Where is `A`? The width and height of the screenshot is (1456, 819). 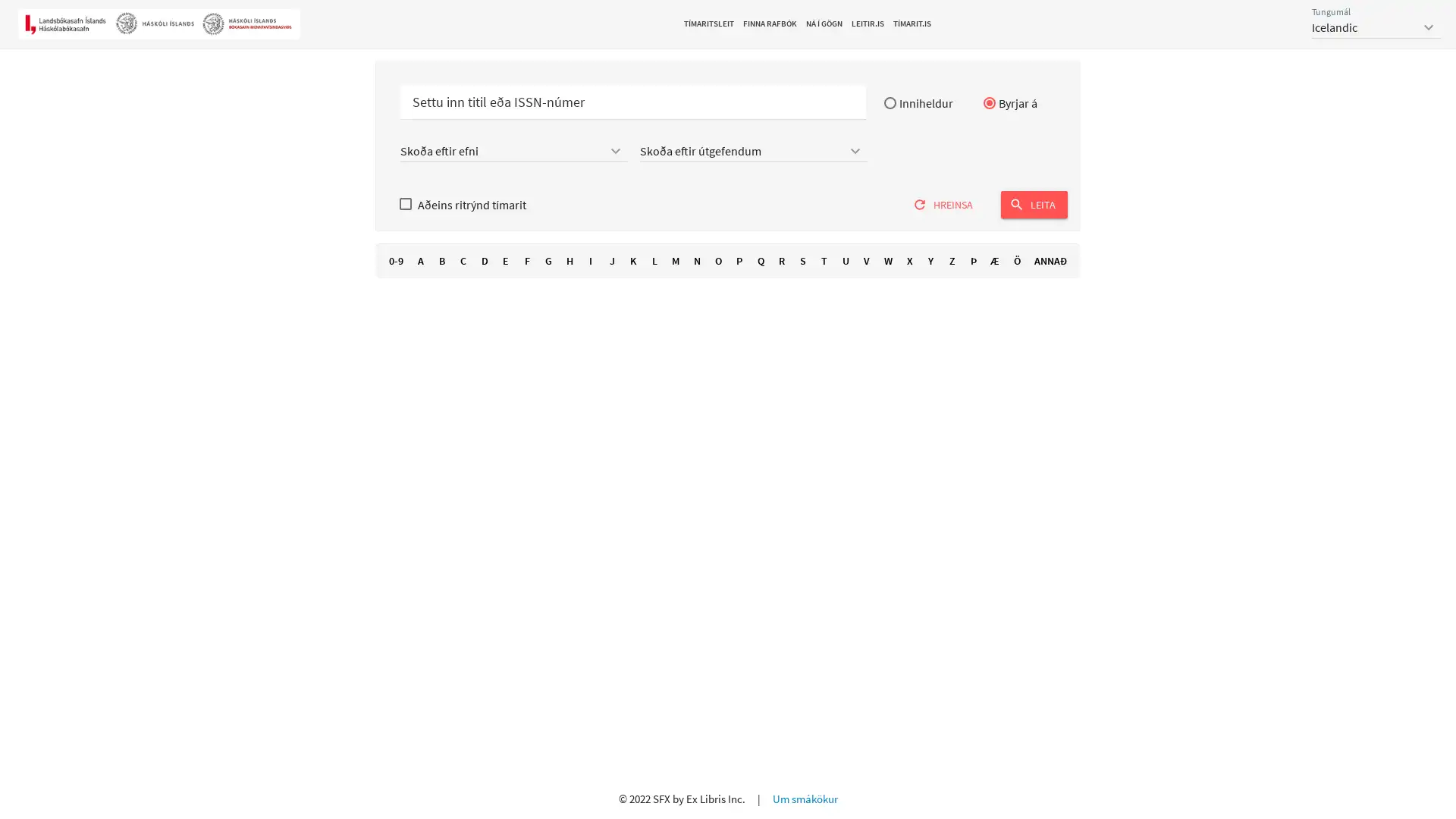 A is located at coordinates (421, 259).